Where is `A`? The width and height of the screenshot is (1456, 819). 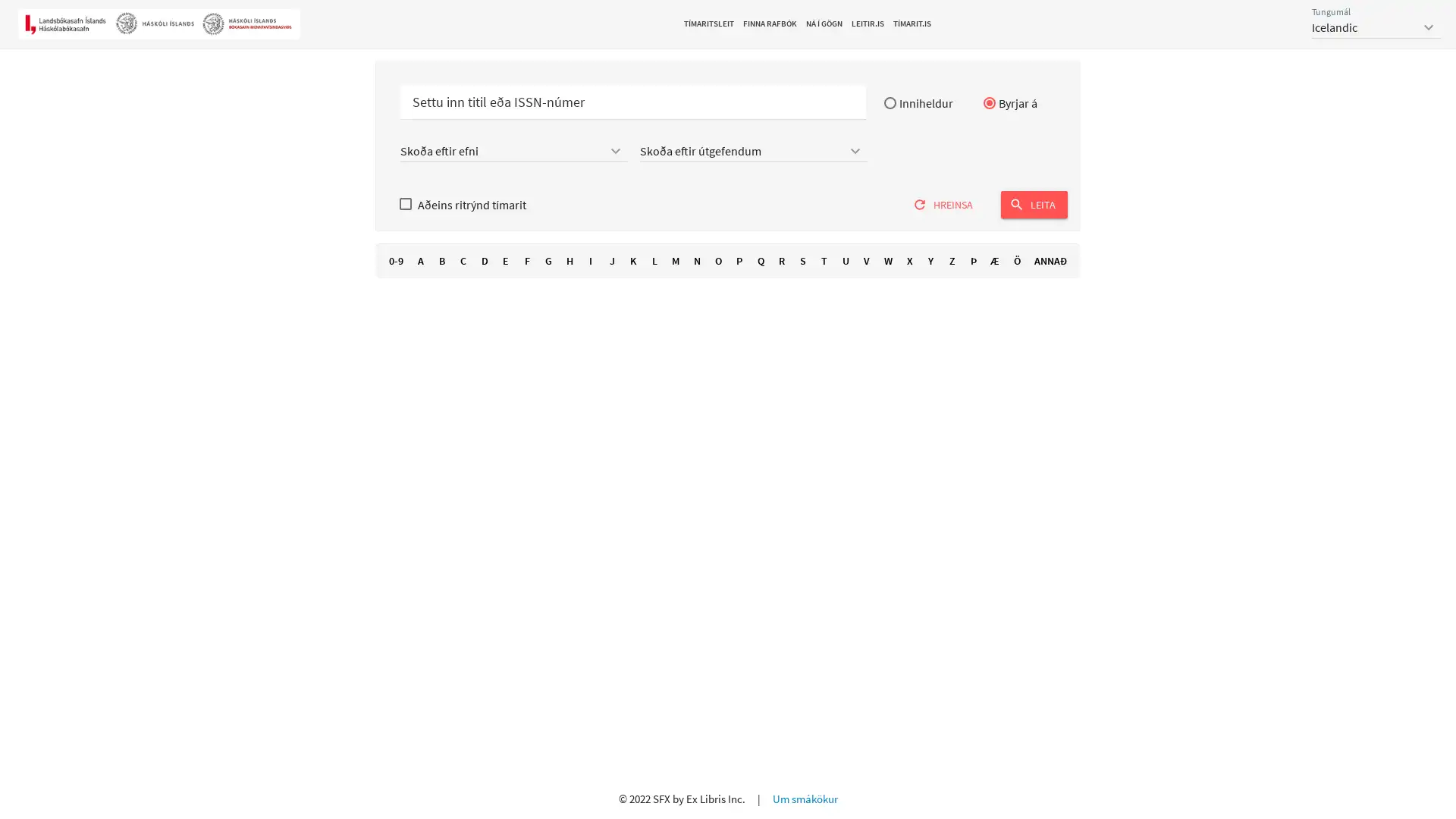 A is located at coordinates (421, 259).